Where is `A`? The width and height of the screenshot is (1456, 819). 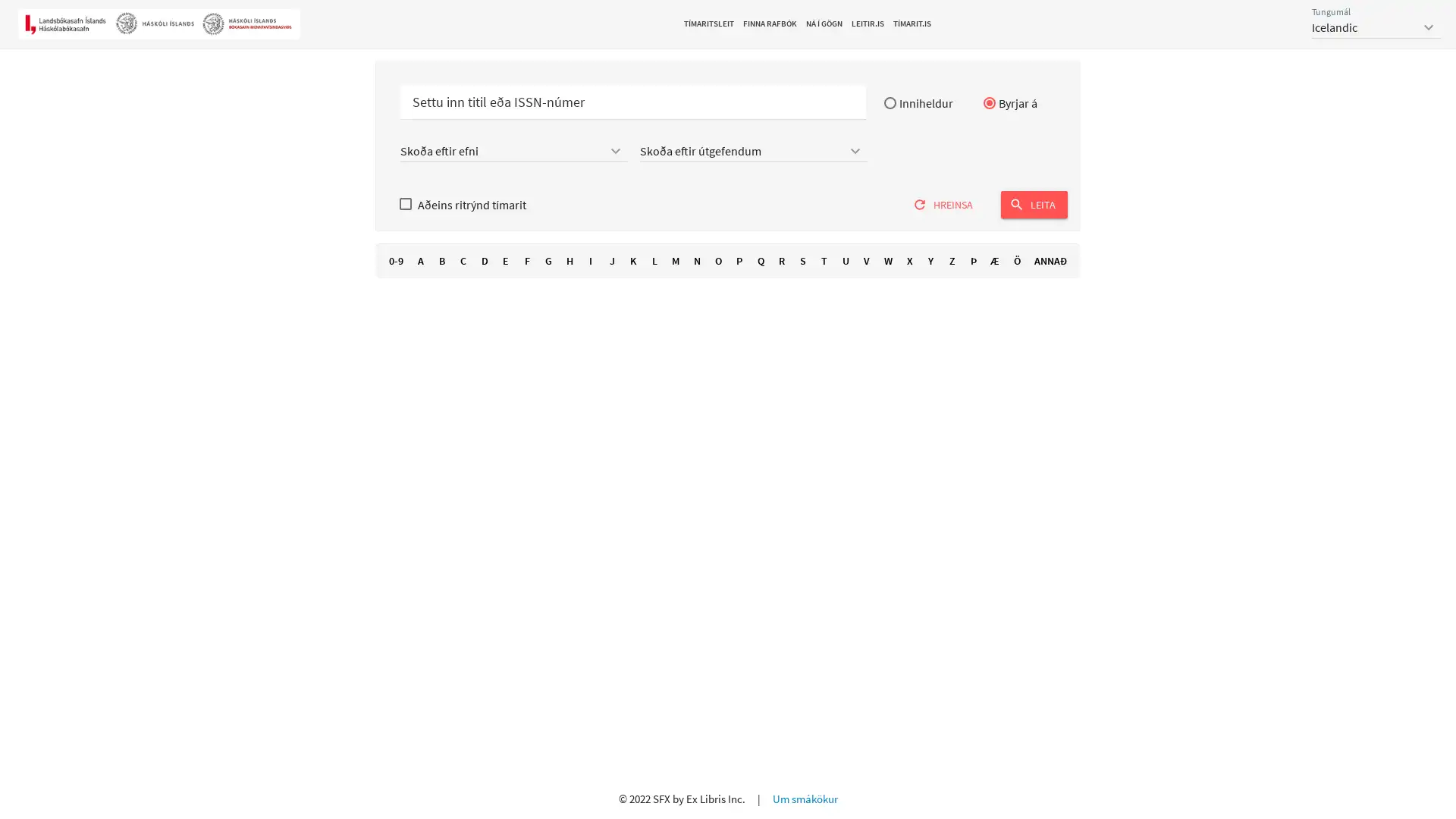 A is located at coordinates (421, 259).